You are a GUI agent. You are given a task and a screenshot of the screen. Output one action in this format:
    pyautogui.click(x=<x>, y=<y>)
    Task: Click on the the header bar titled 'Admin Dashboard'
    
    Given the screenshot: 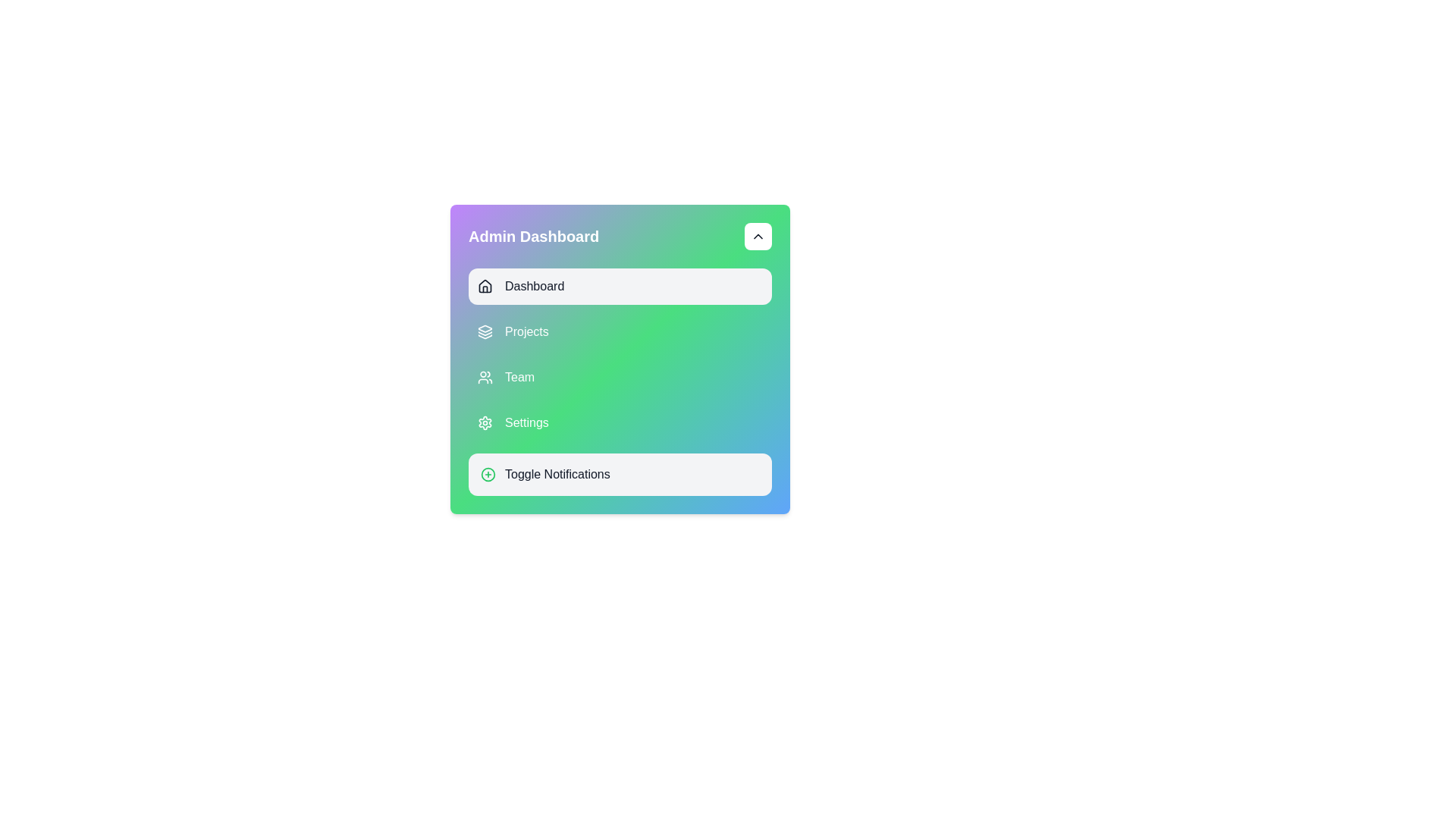 What is the action you would take?
    pyautogui.click(x=620, y=237)
    